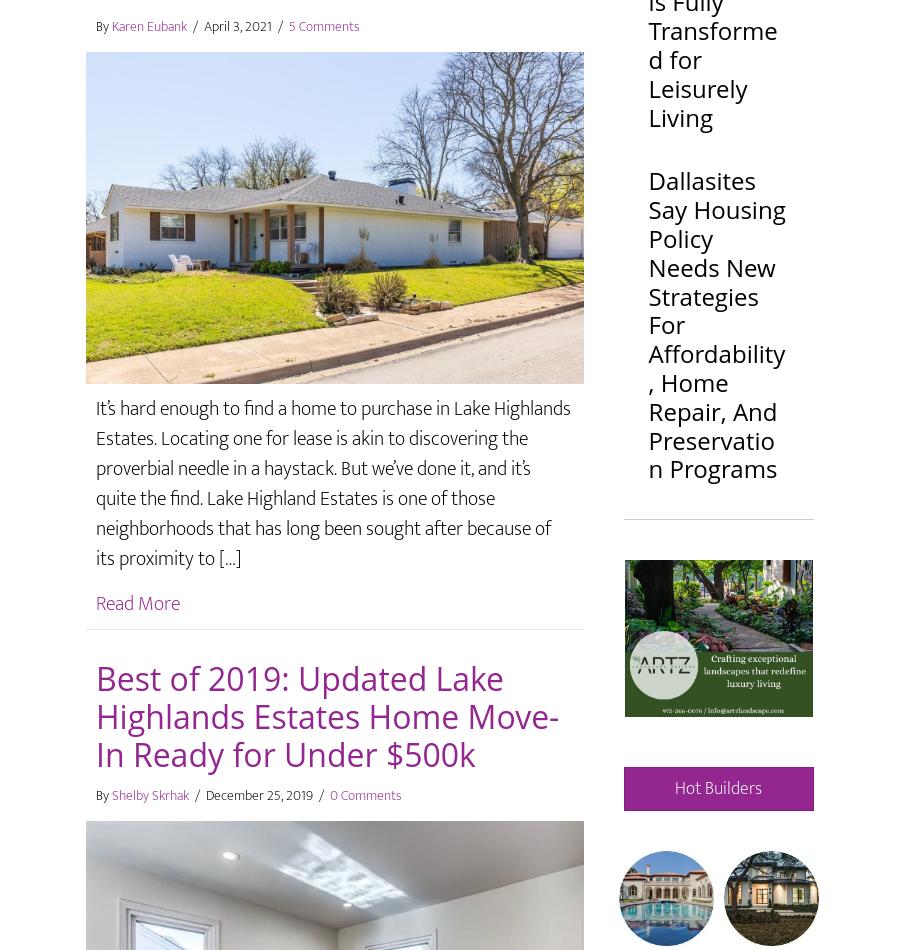 The width and height of the screenshot is (910, 950). I want to click on 'It’s hard enough to find a home to purchase in Lake Highlands Estates. Locating one for lease is akin to discovering the proverbial needle in a haystack. But we’ve done it, and it’s quite the find. Lake Highland Estates is one of those neighborhoods that has long been sought after because of its proximity to […]', so click(332, 482).